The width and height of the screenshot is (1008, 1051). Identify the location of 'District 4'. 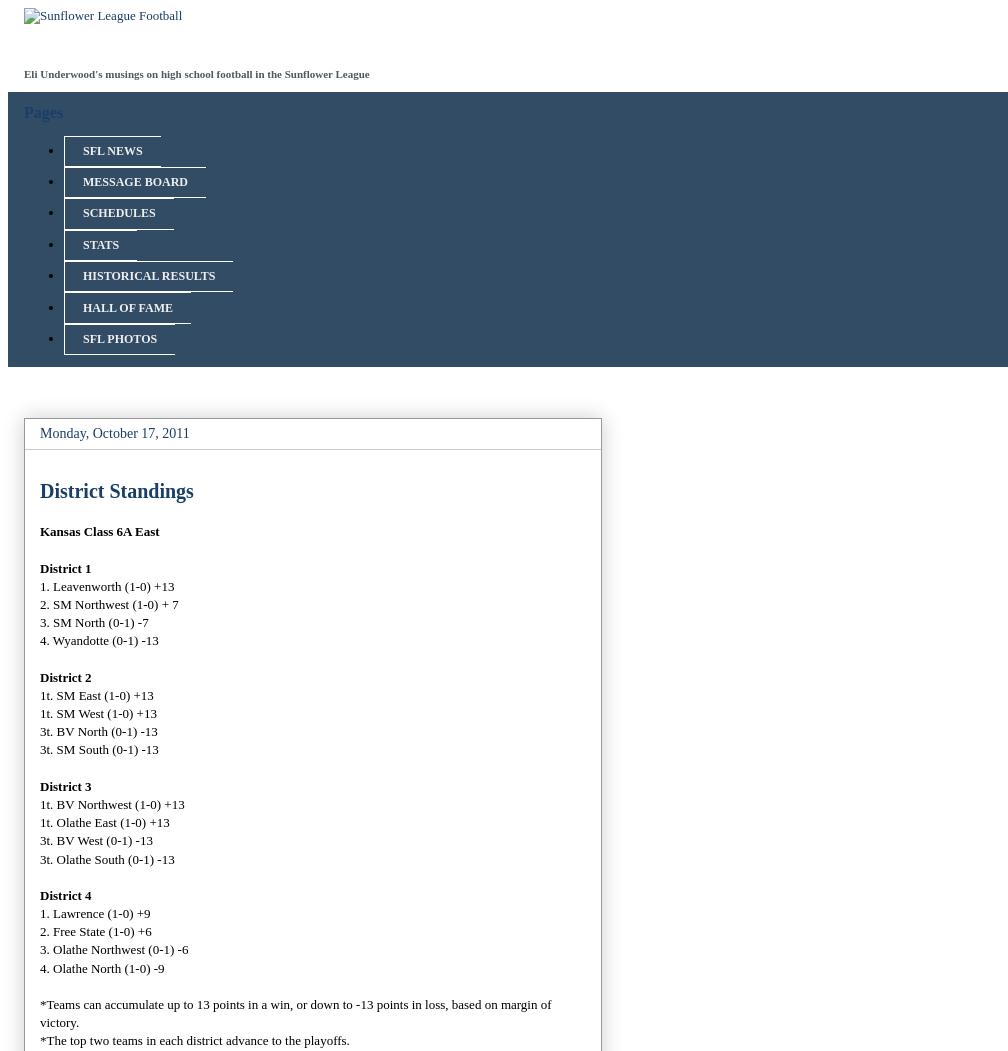
(65, 894).